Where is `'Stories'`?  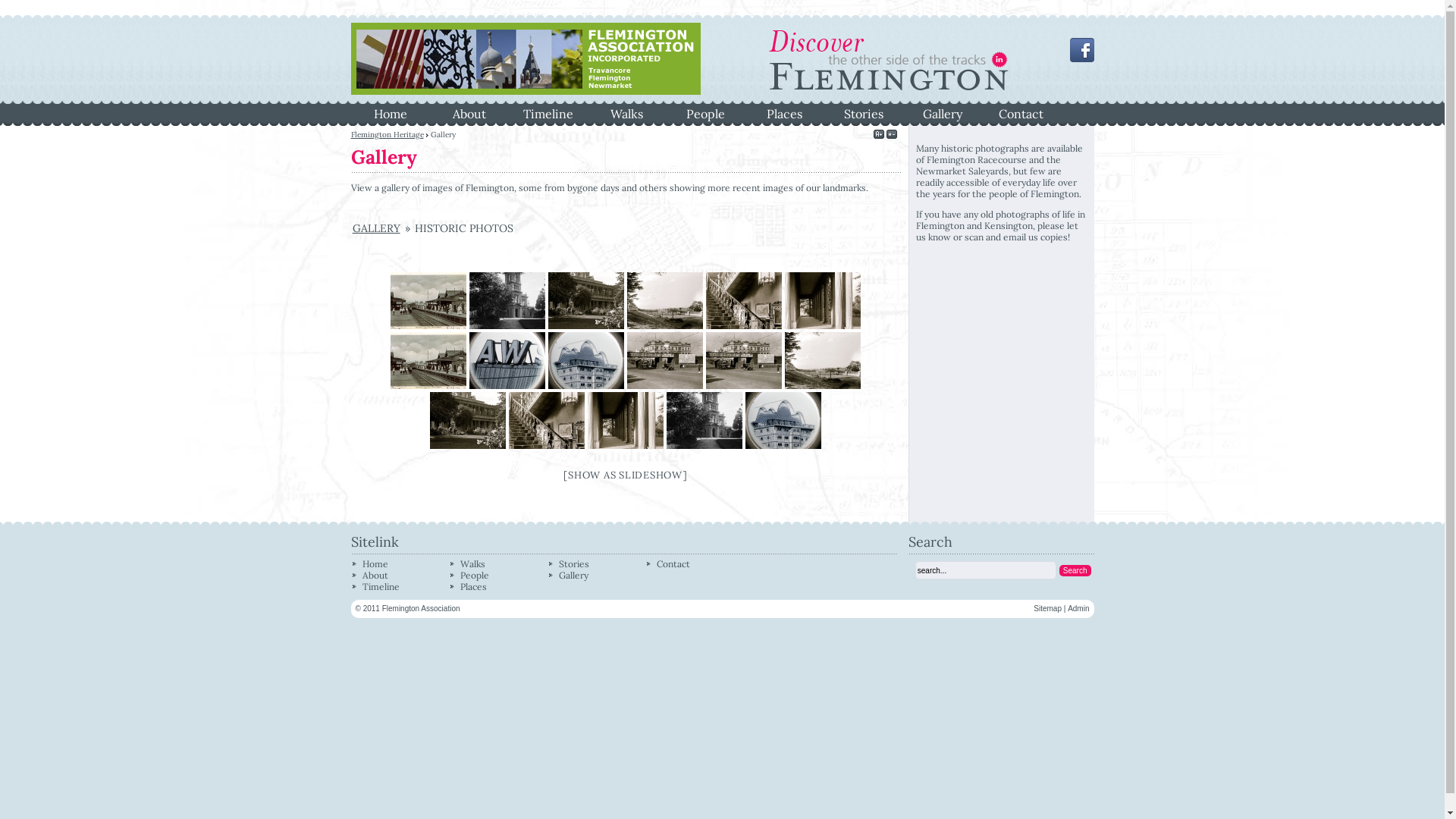
'Stories' is located at coordinates (573, 563).